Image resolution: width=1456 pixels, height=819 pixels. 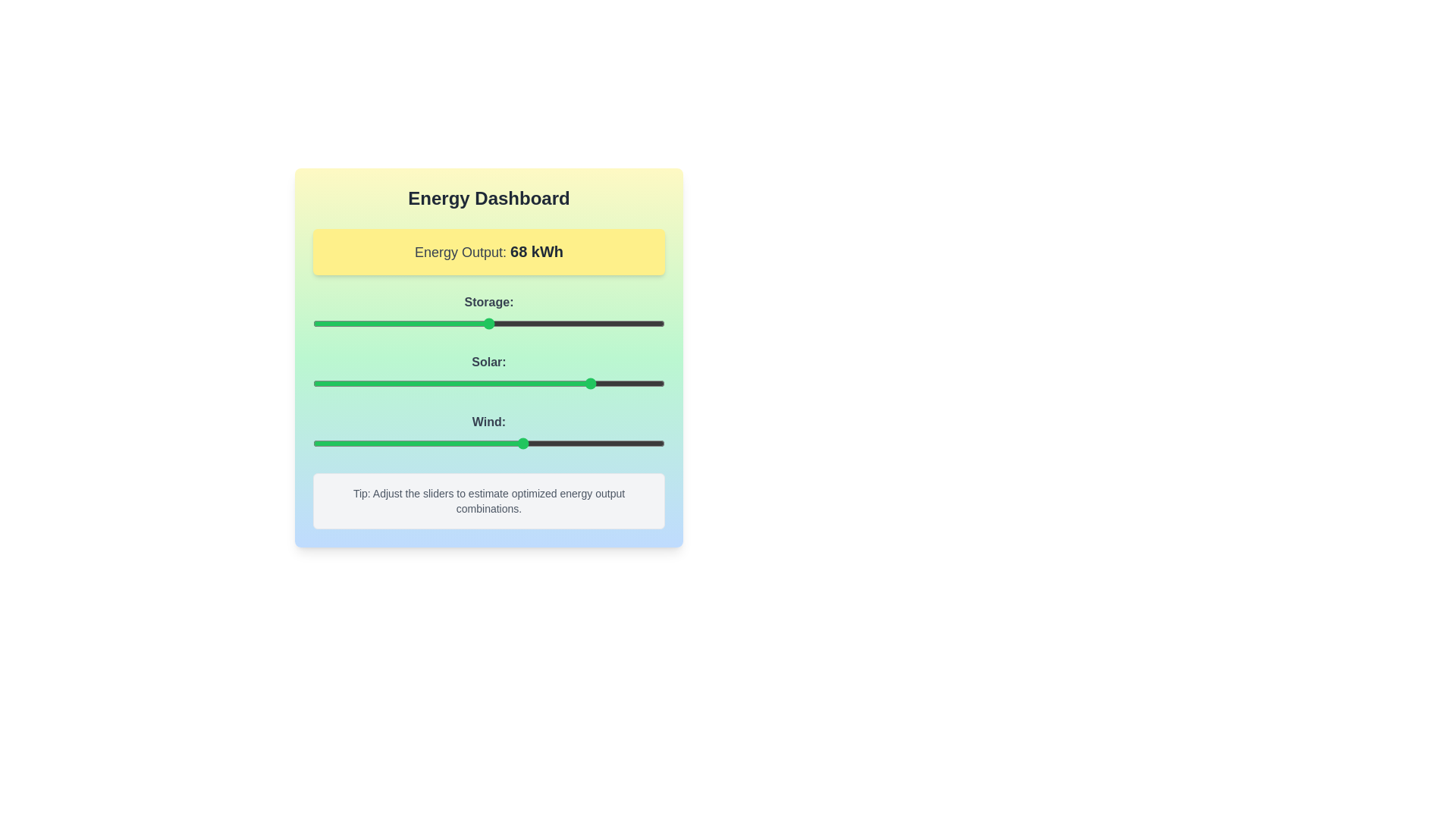 I want to click on the 'Storage' slider to 94, so click(x=644, y=323).